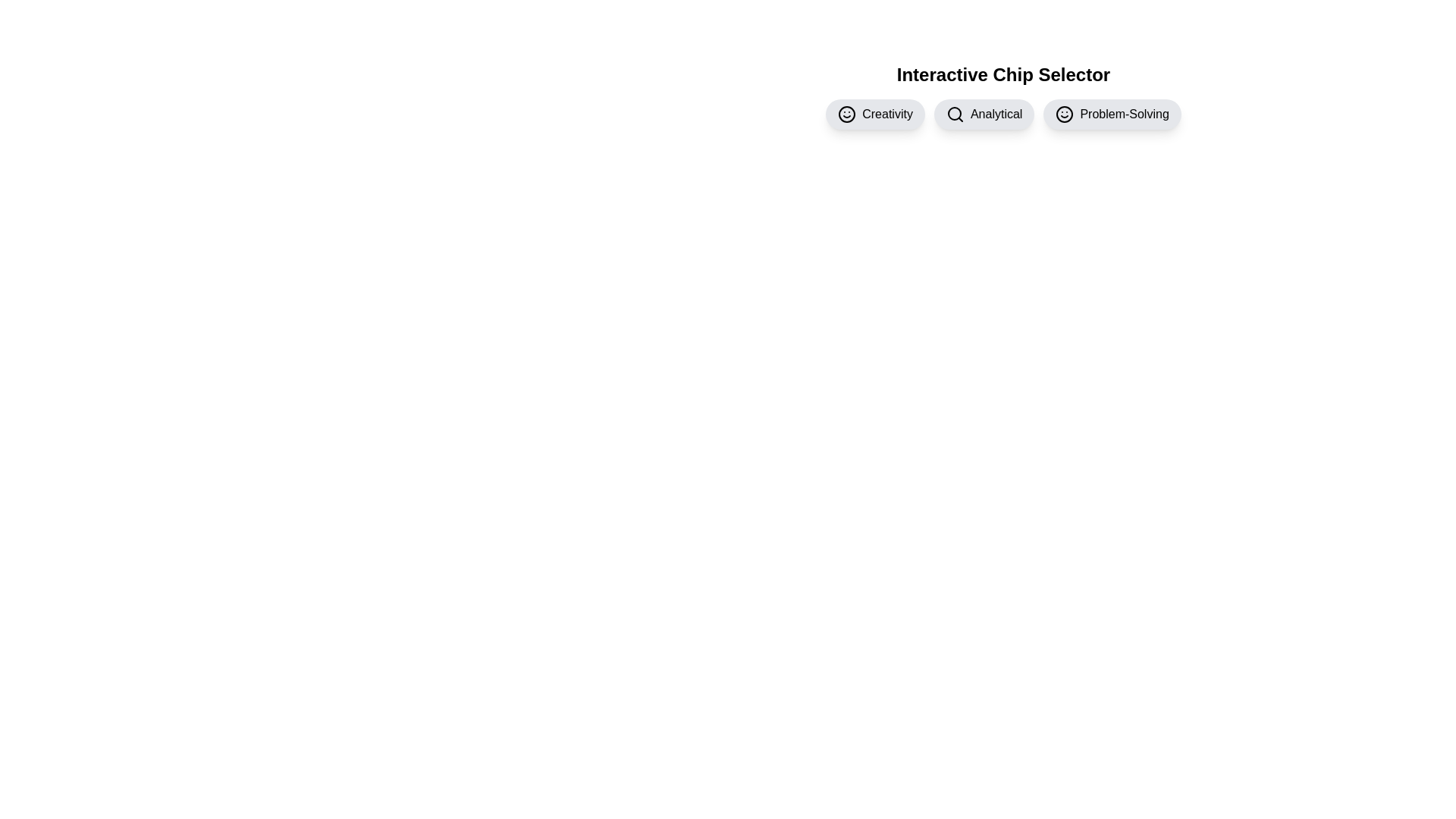 The width and height of the screenshot is (1456, 819). What do you see at coordinates (984, 113) in the screenshot?
I see `the chip labeled Analytical to observe its hover effects` at bounding box center [984, 113].